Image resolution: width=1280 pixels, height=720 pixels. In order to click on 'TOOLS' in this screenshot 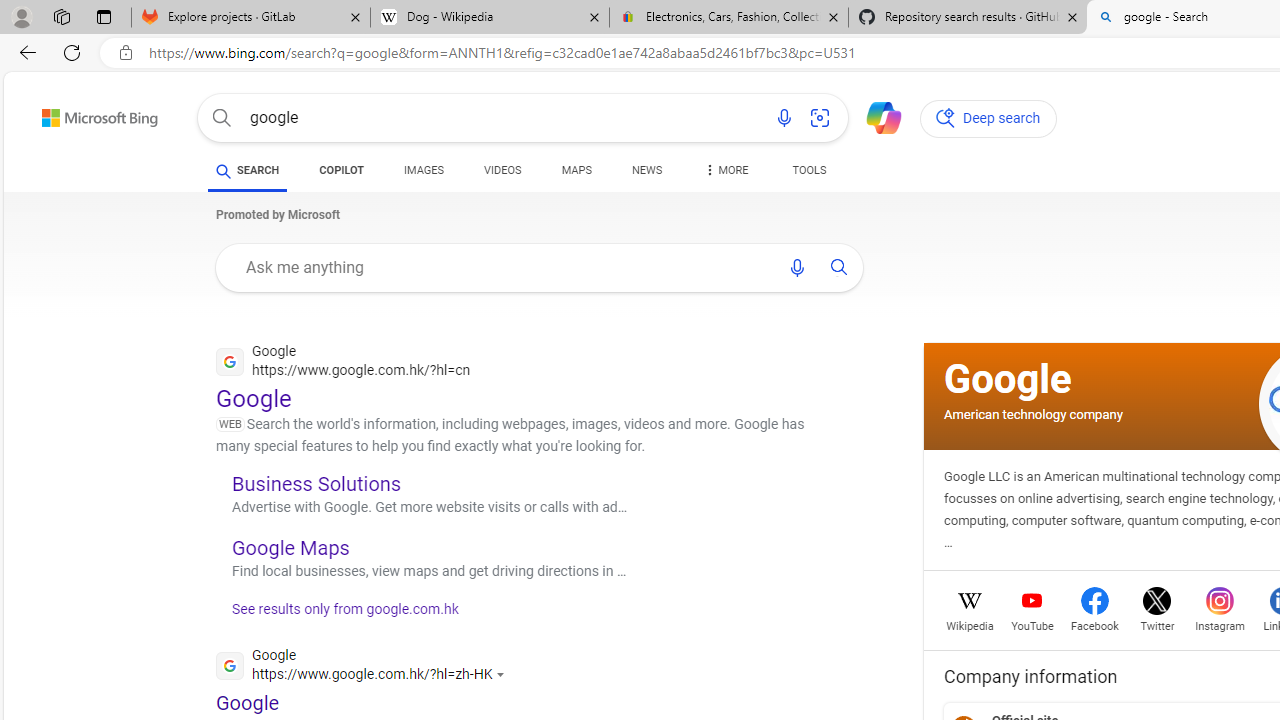, I will do `click(808, 172)`.